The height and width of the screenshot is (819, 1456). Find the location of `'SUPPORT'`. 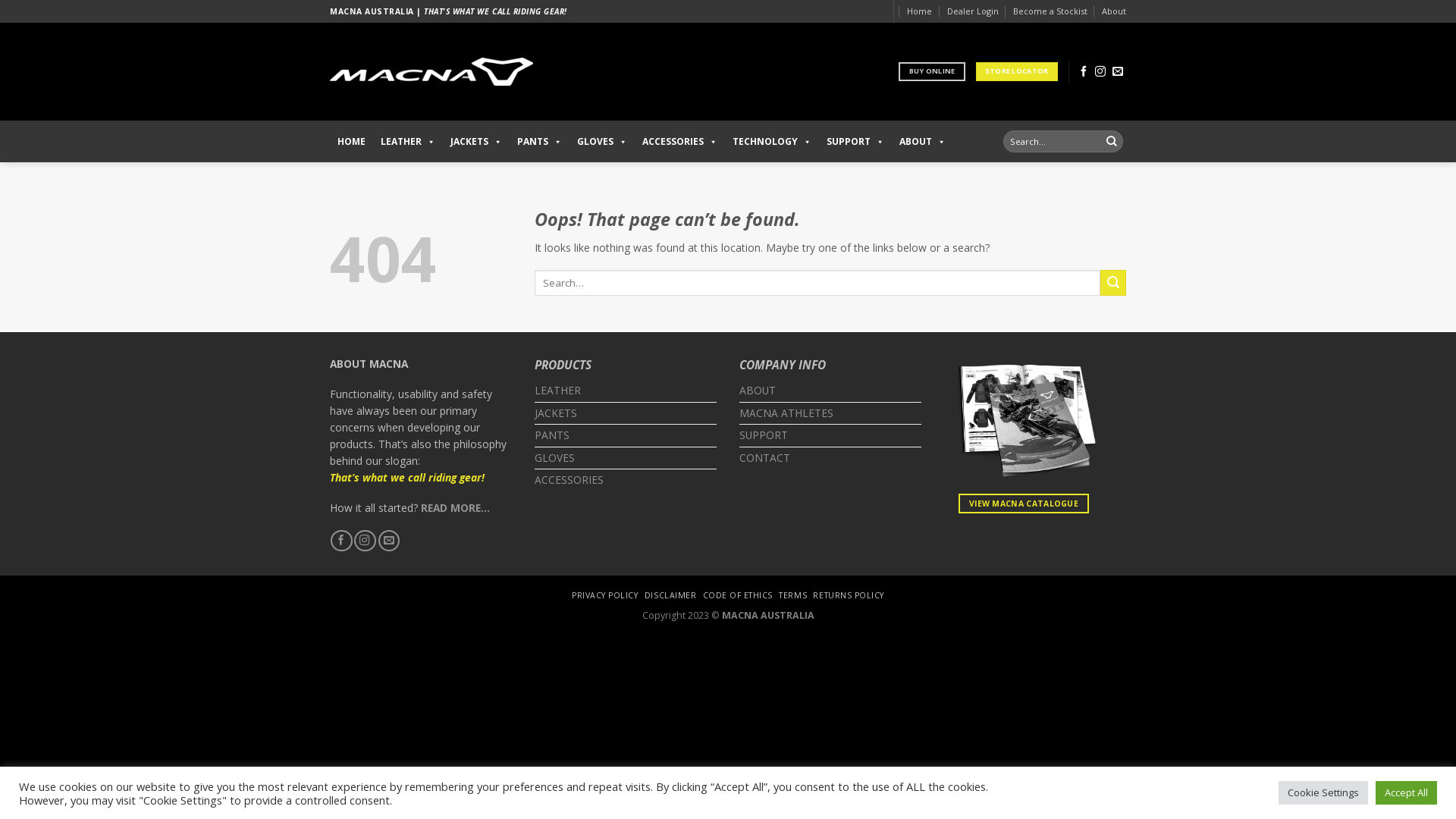

'SUPPORT' is located at coordinates (855, 140).